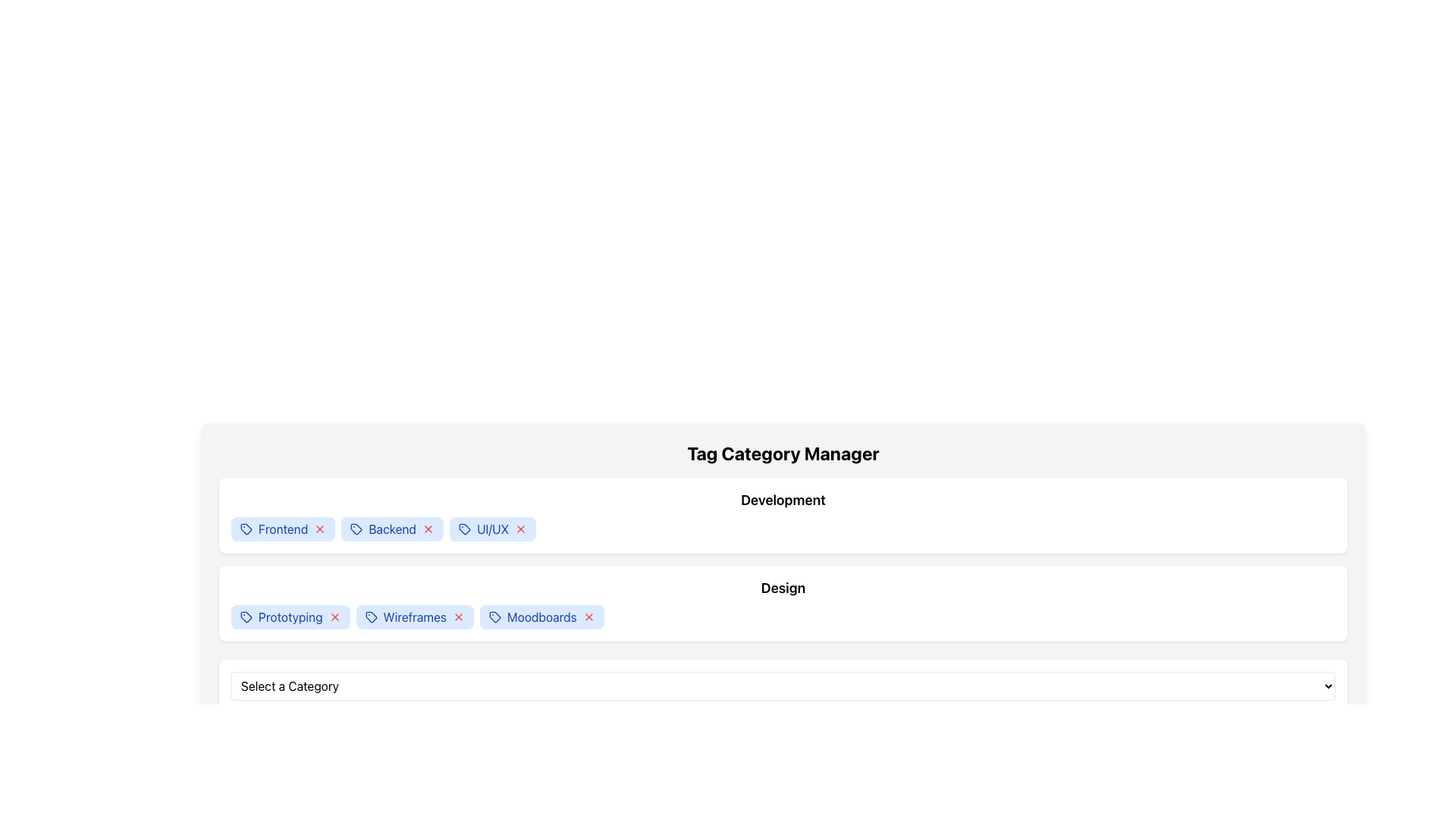 This screenshot has width=1456, height=819. What do you see at coordinates (492, 529) in the screenshot?
I see `the 'UI/UX' tag element, which is the third tag under the 'Development' section, styled with a blue color theme and a rounded light-blue background` at bounding box center [492, 529].